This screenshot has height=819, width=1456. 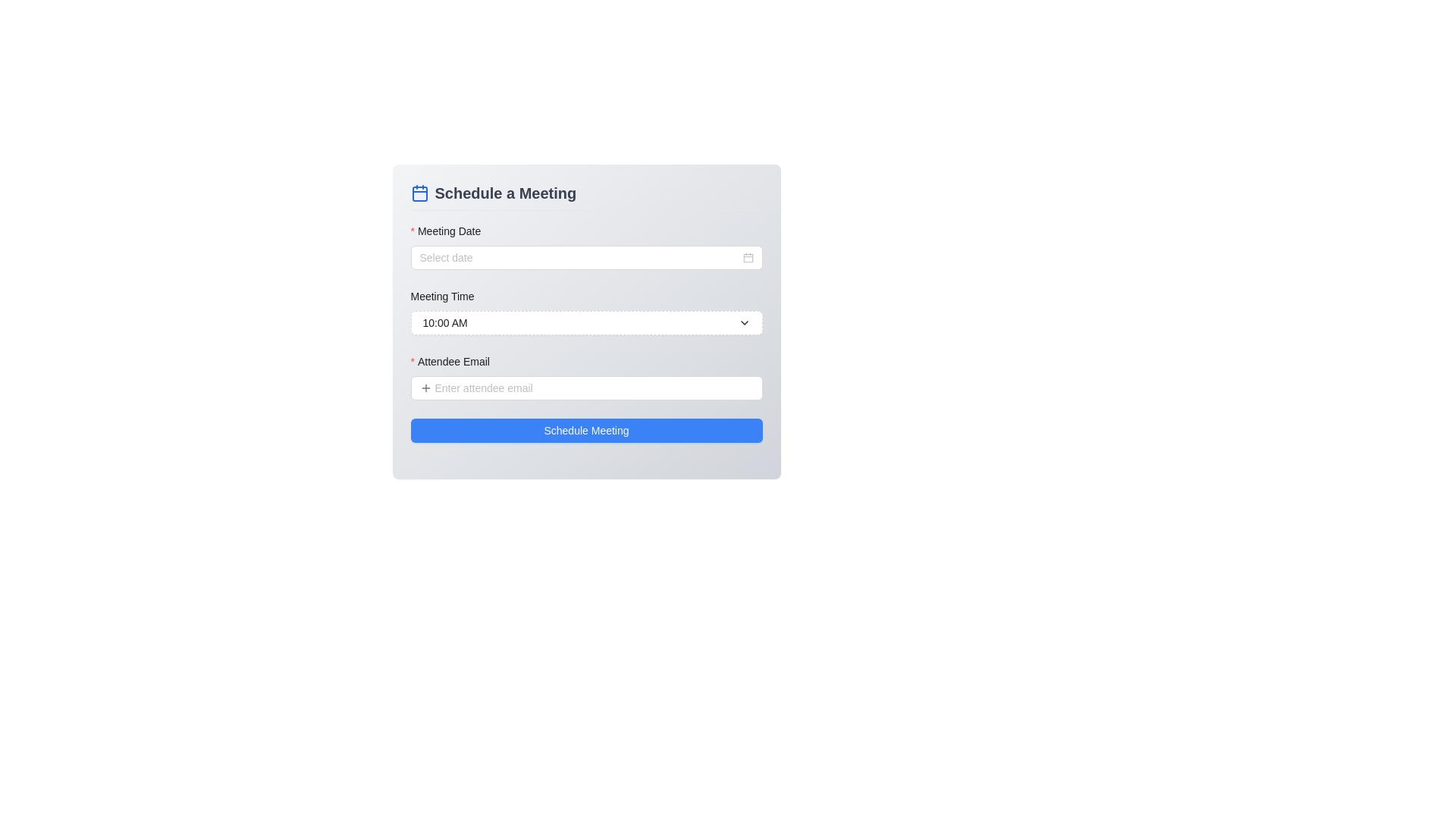 I want to click on the text input field for attendee's email address, which is the third input field, so click(x=585, y=376).